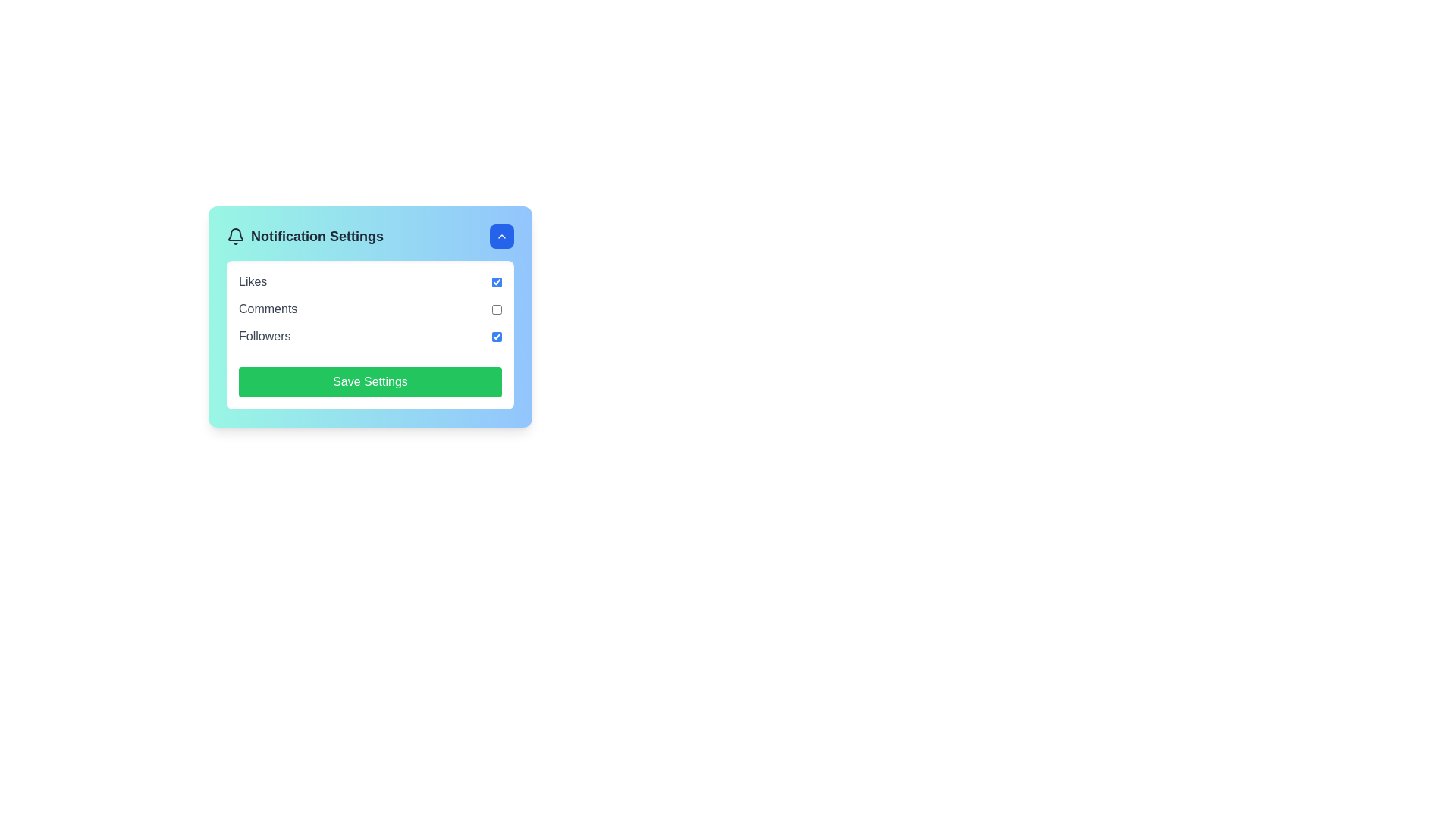 This screenshot has height=819, width=1456. I want to click on the checkbox that toggles the notification setting for 'Followers' in the notification settings panel, so click(497, 335).